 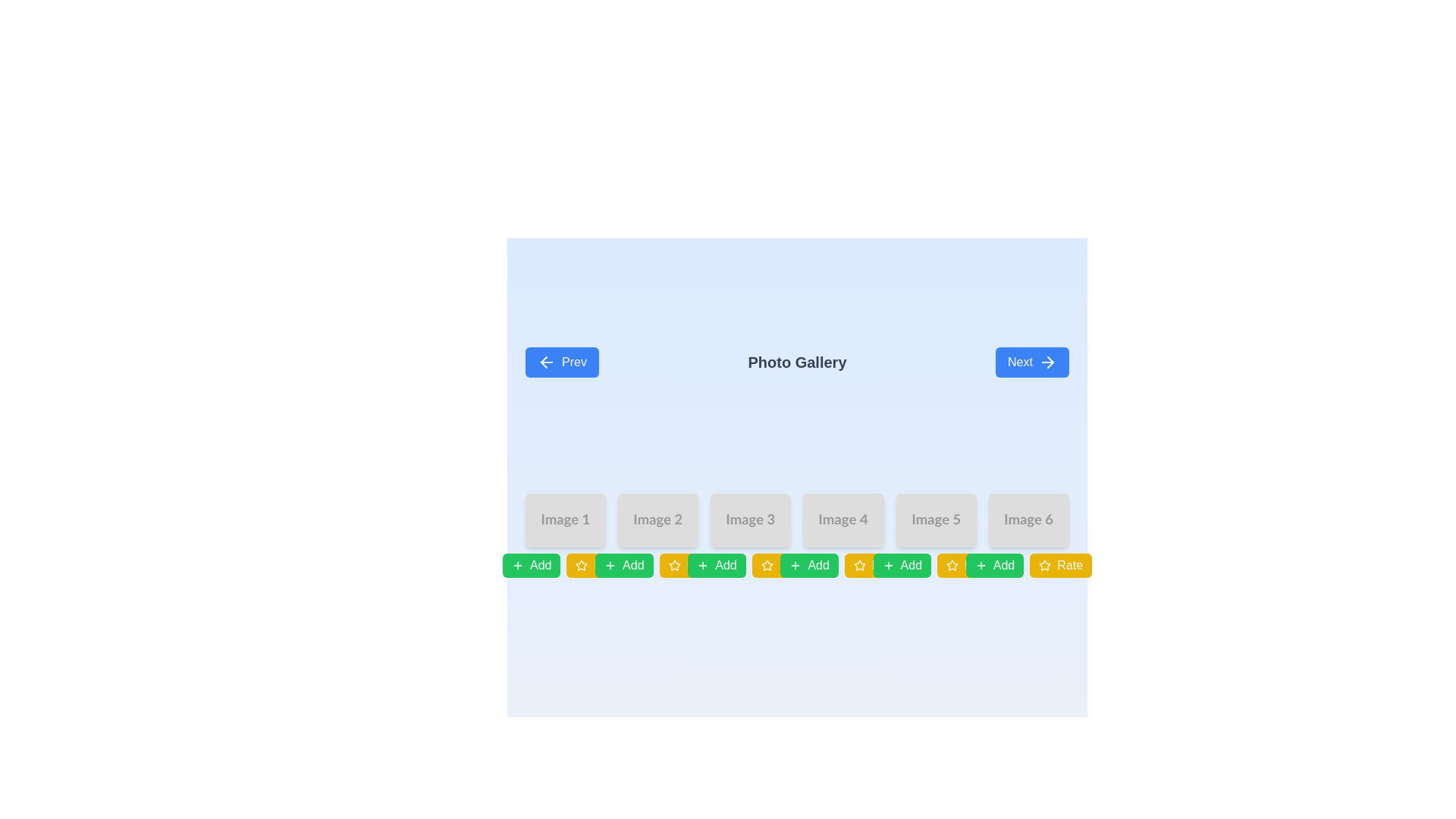 I want to click on the second button in the horizontal row under the image gallery, so click(x=689, y=565).